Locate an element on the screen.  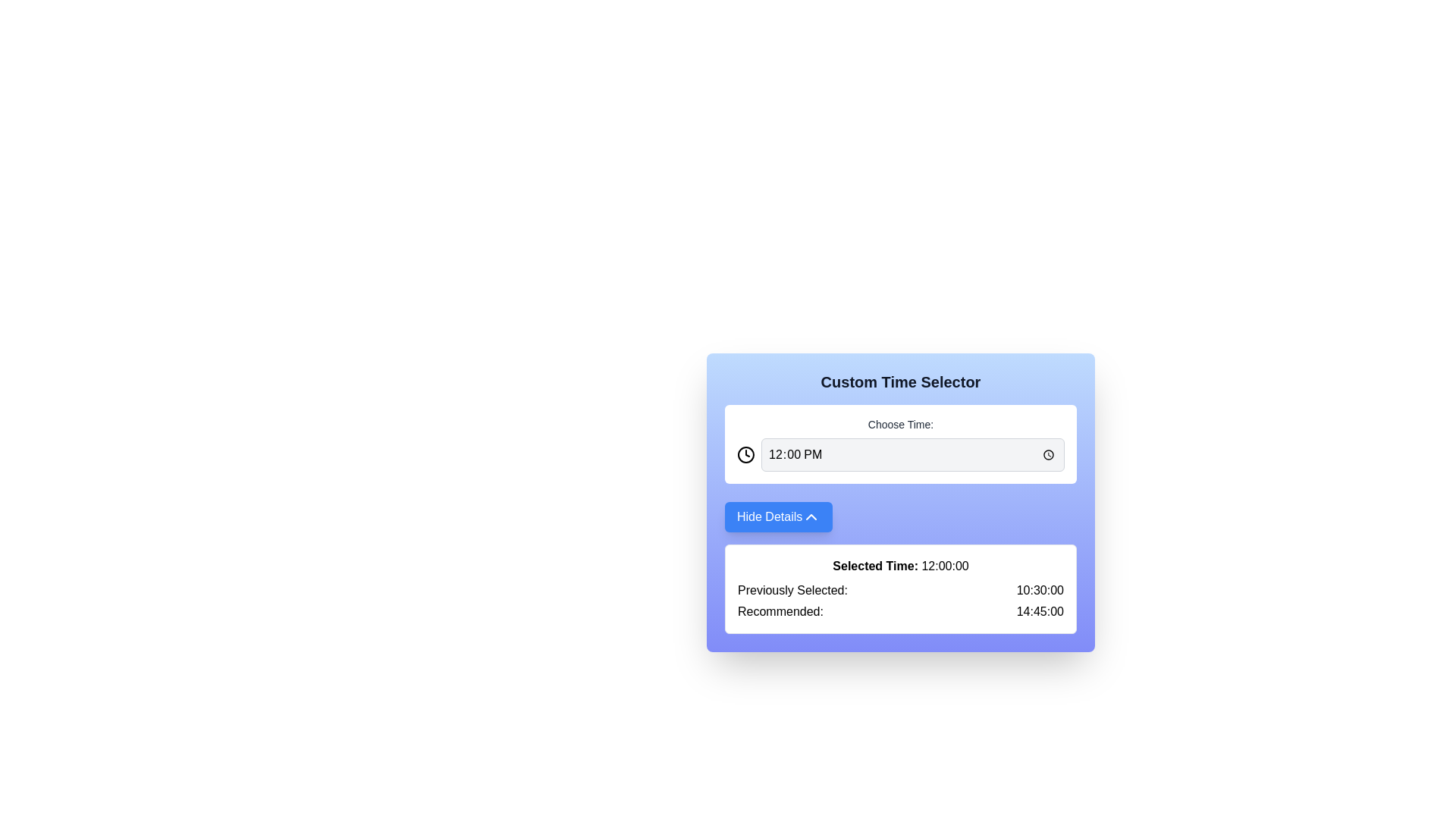
the static text label that serves as the title for the custom time selector interface, positioned at the top of the interface is located at coordinates (901, 381).